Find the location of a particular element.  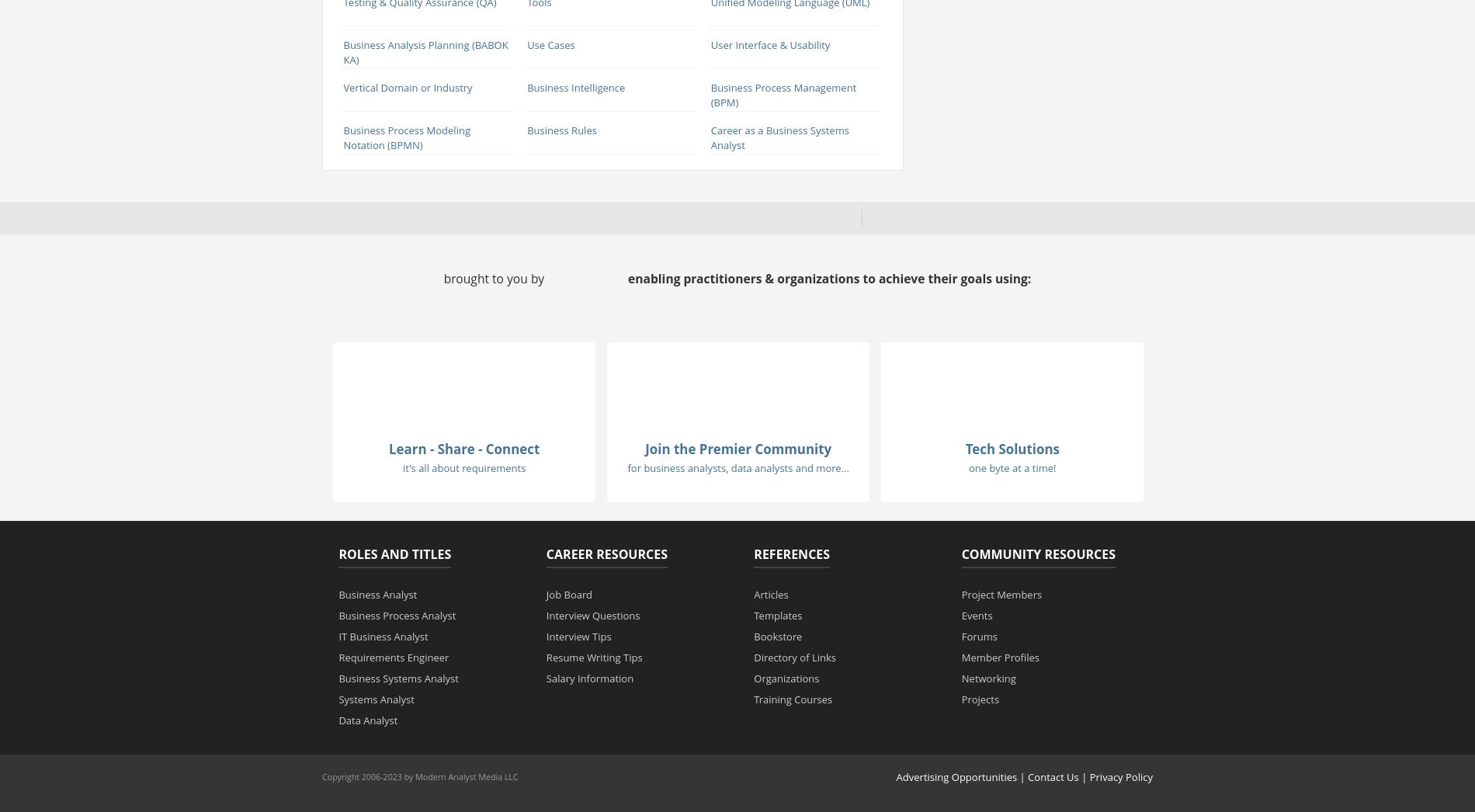

'Networking' is located at coordinates (987, 676).